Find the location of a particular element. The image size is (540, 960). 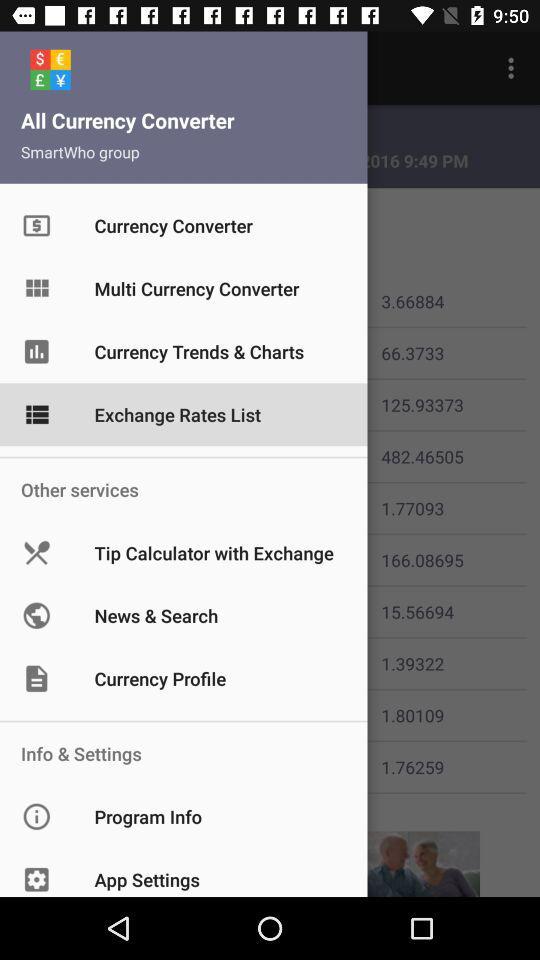

the option which is left to the text exchange rates list is located at coordinates (54, 404).